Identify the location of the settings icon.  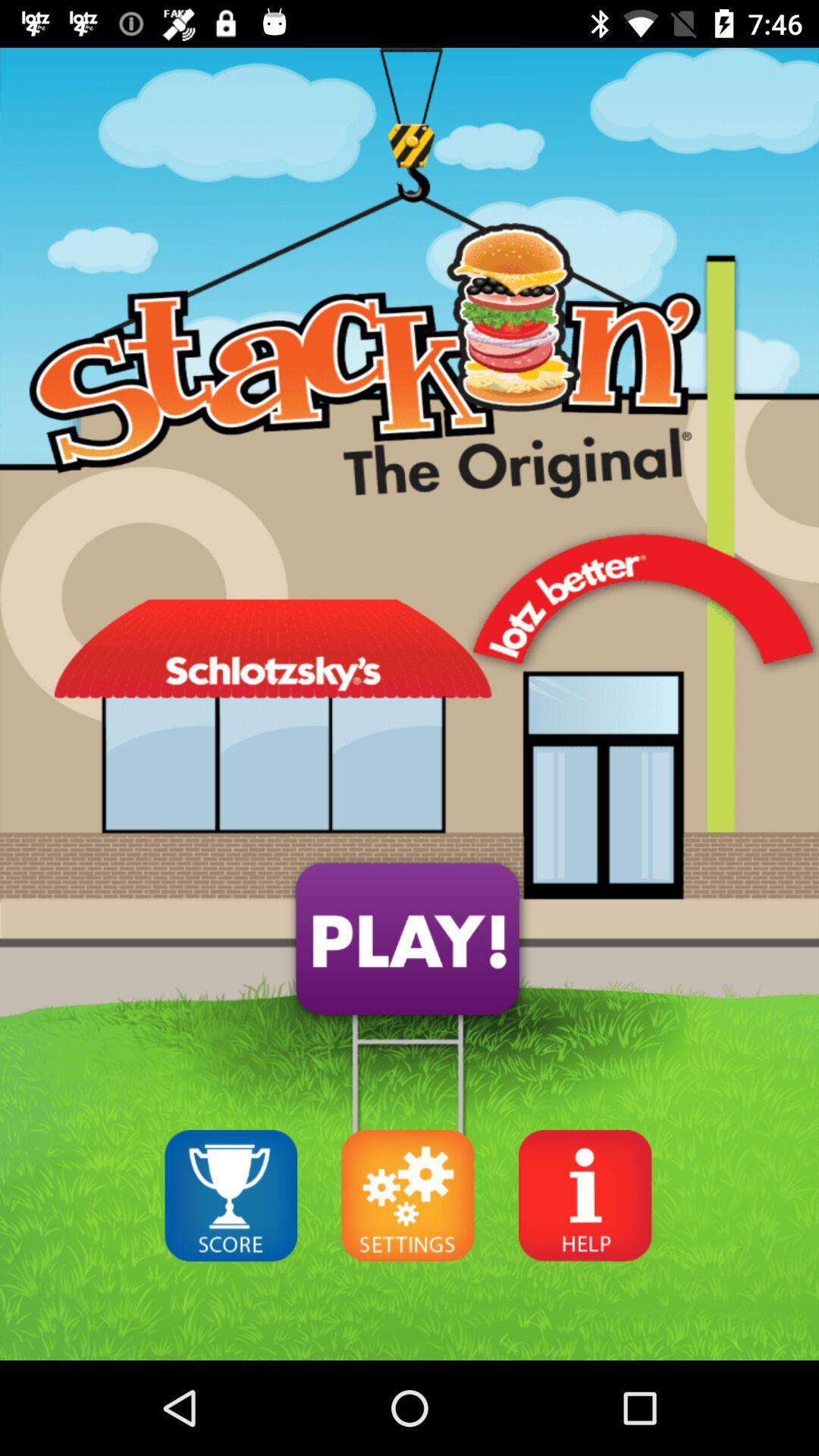
(407, 1194).